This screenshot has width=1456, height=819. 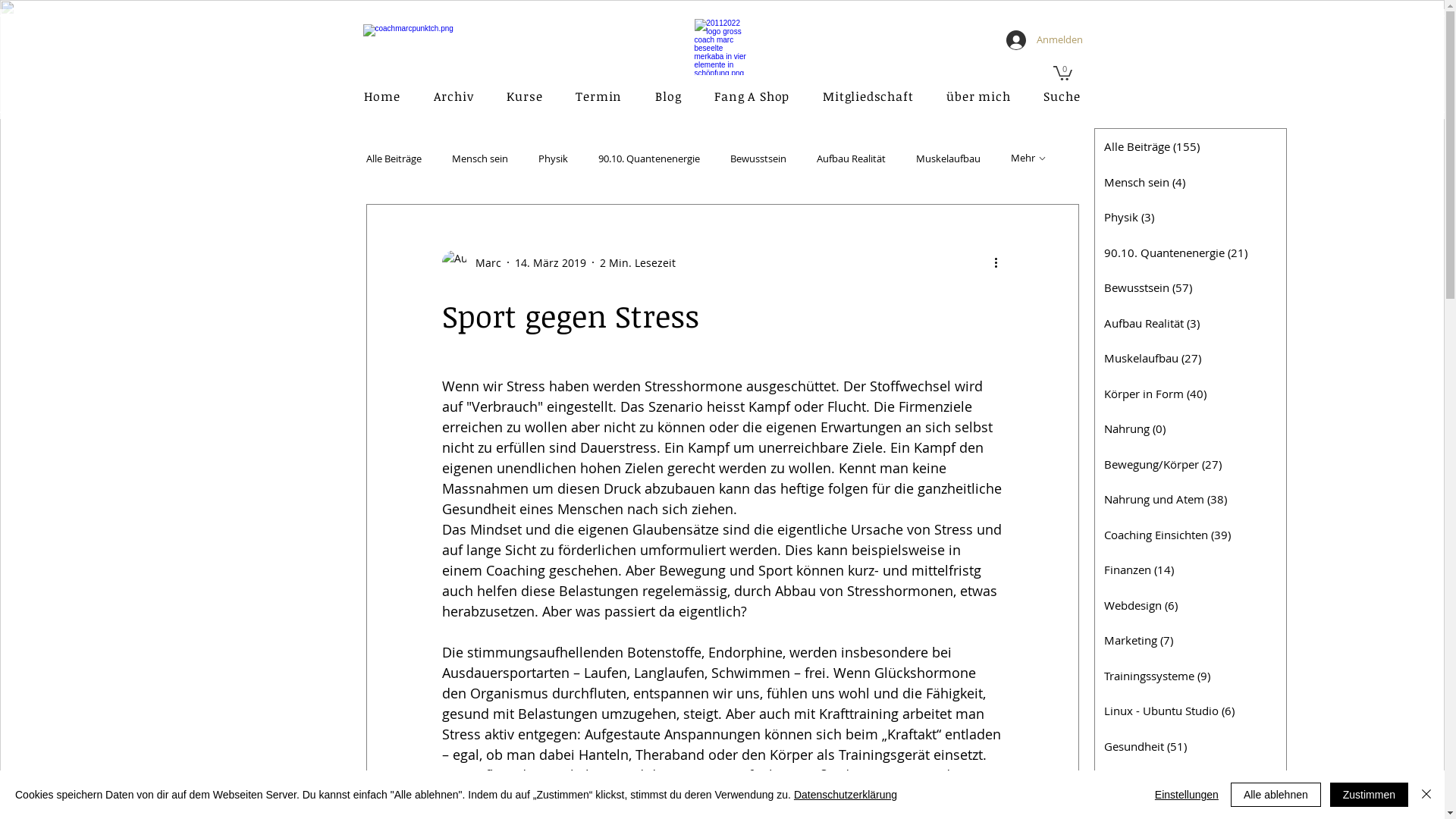 What do you see at coordinates (1189, 252) in the screenshot?
I see `'90.10. Quantenenergie (21)'` at bounding box center [1189, 252].